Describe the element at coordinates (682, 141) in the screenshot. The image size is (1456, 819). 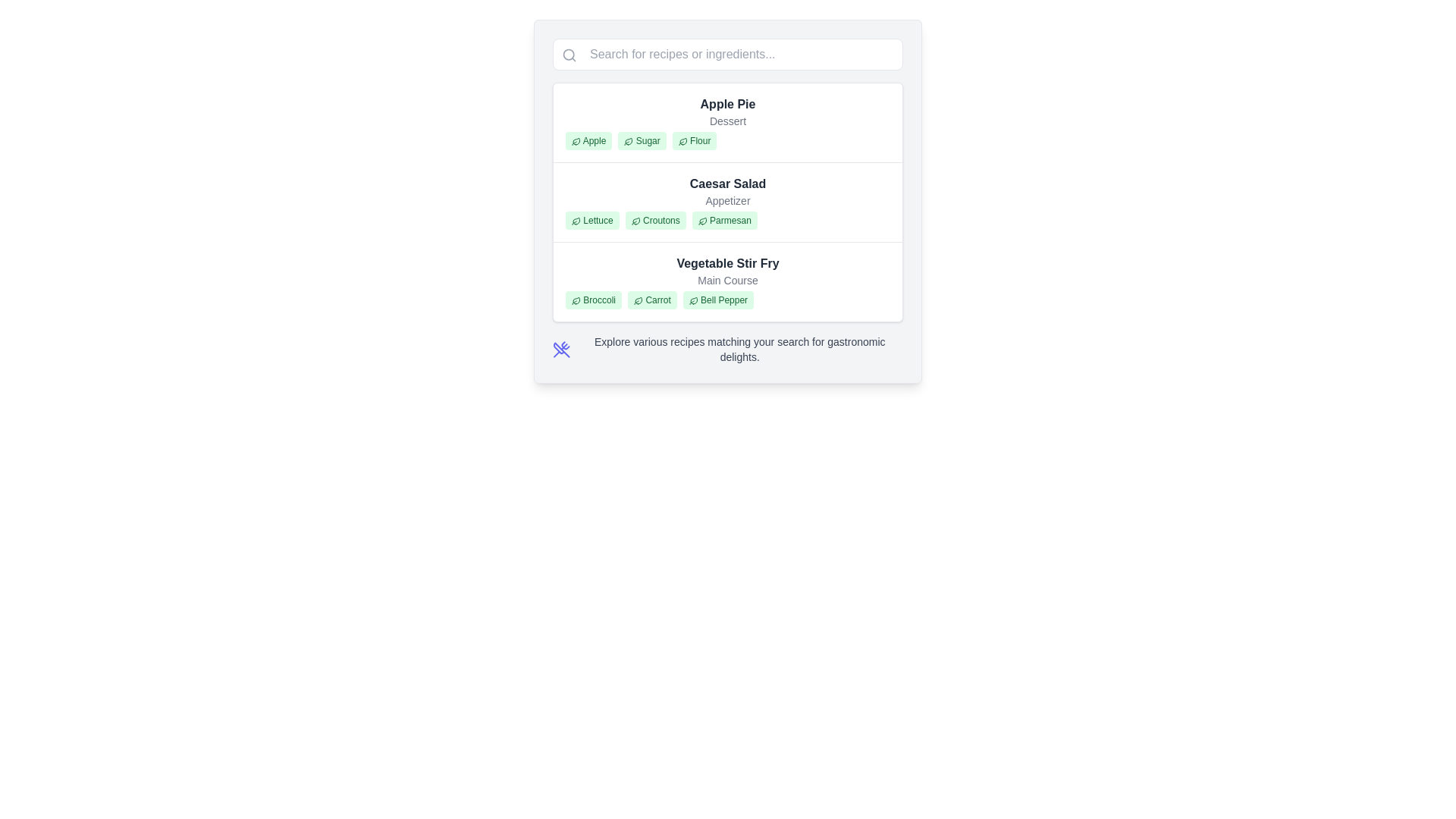
I see `the decorative icon indicating the ingredient 'Flour' located to the left of the text within the label for 'Apple Pie'` at that location.